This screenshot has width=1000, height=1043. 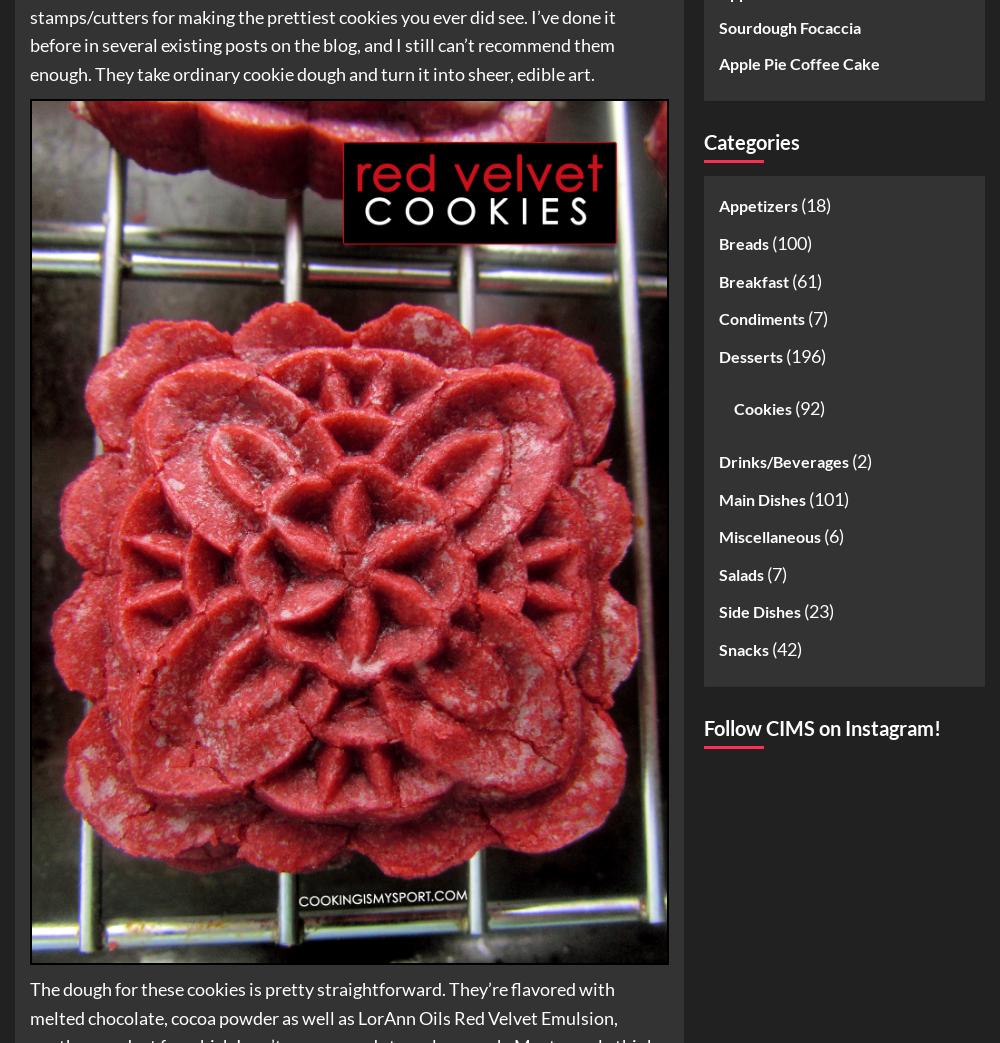 What do you see at coordinates (762, 497) in the screenshot?
I see `'Main Dishes'` at bounding box center [762, 497].